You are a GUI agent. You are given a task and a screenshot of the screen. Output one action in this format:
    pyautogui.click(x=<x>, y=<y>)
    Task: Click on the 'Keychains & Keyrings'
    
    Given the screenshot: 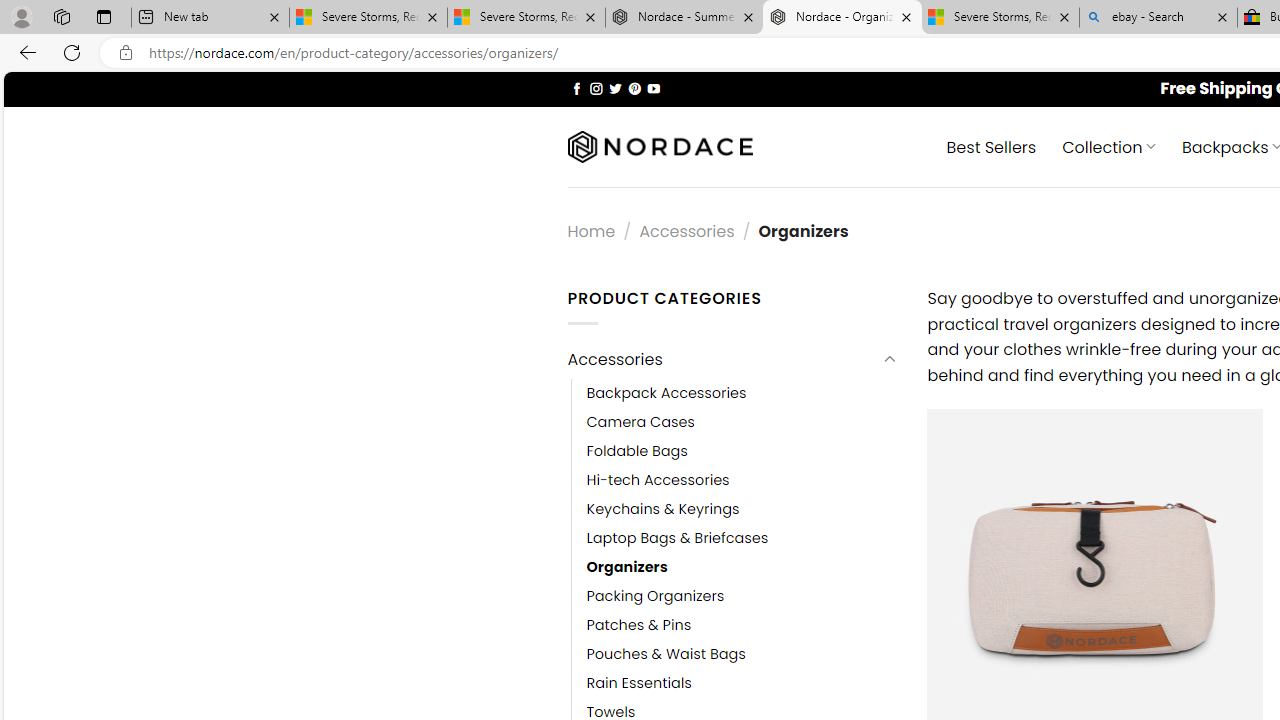 What is the action you would take?
    pyautogui.click(x=663, y=508)
    